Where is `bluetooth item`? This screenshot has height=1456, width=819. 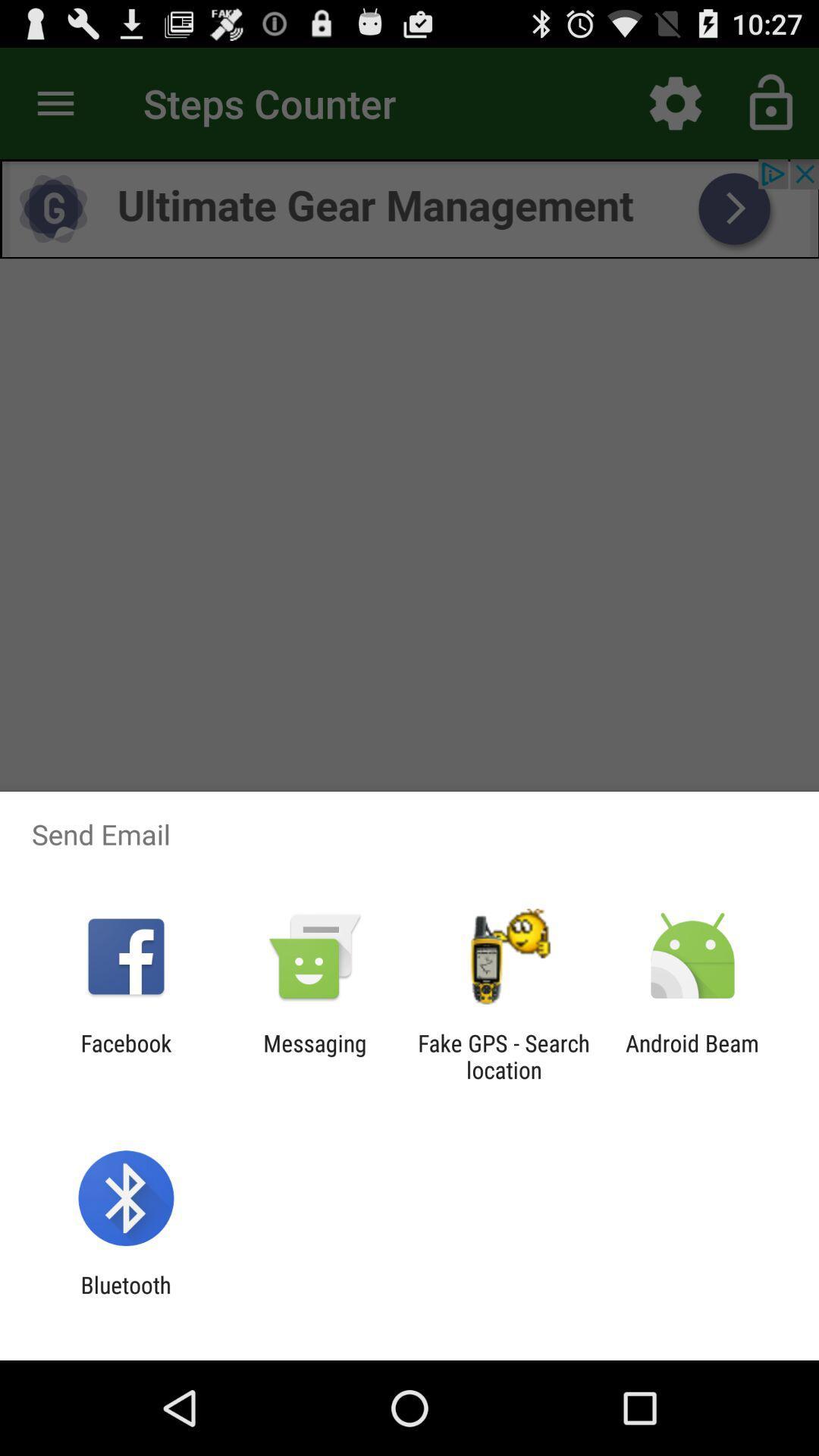
bluetooth item is located at coordinates (125, 1298).